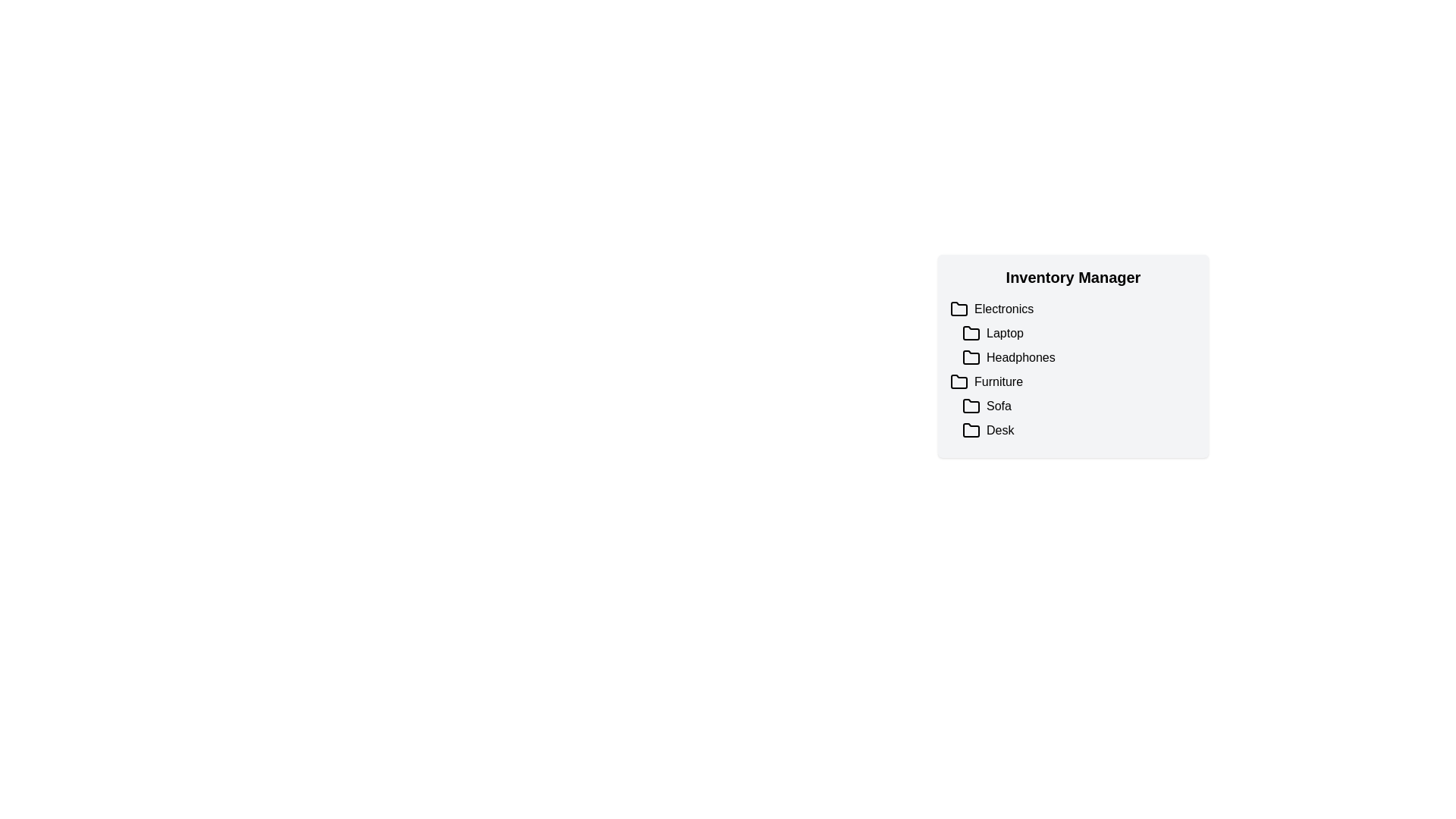  What do you see at coordinates (971, 332) in the screenshot?
I see `the folder icon that visually identifies the 'Laptop' entry in the Inventory Manager list, which is positioned directly left of the 'Laptop' text item` at bounding box center [971, 332].